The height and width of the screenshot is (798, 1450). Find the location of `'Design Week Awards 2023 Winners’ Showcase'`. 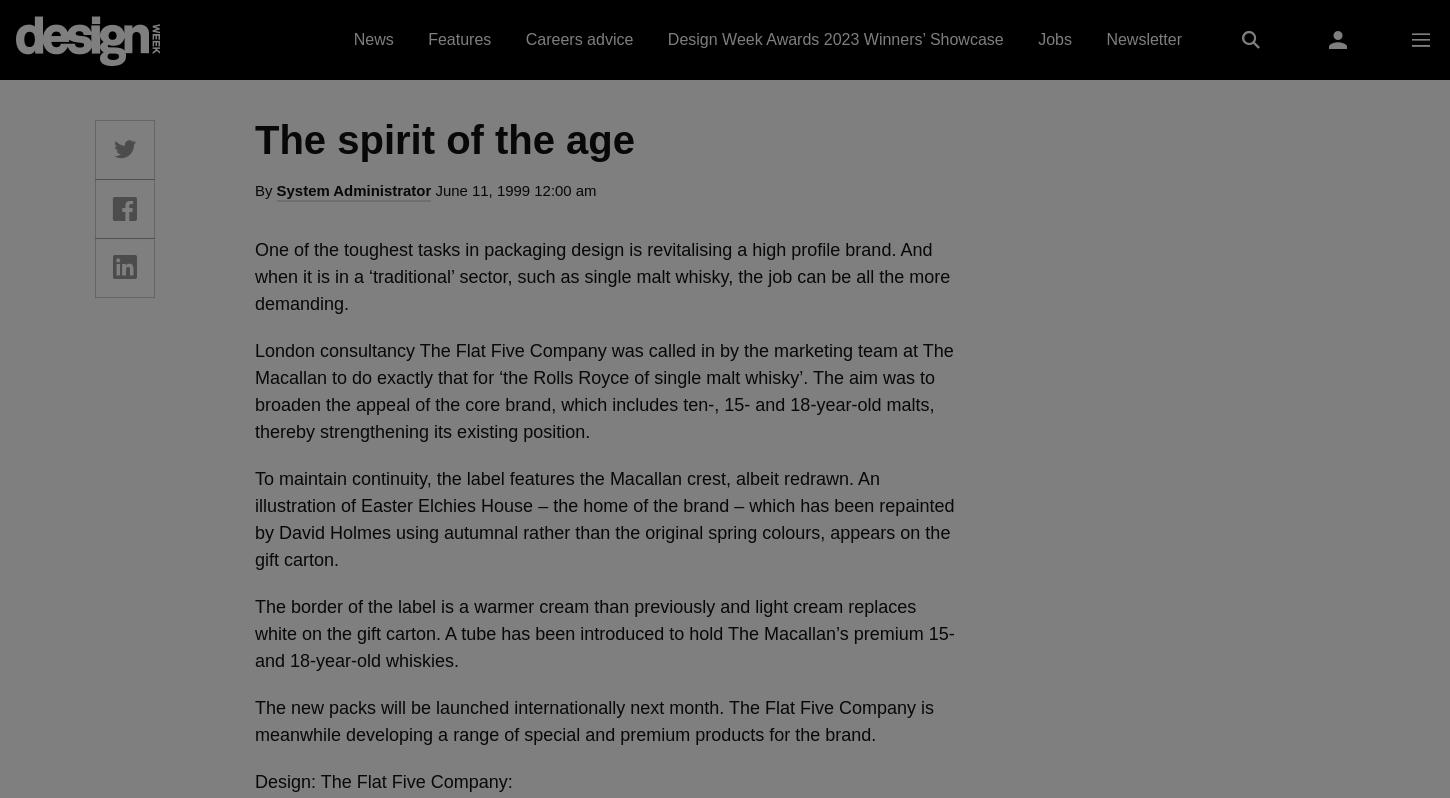

'Design Week Awards 2023 Winners’ Showcase' is located at coordinates (835, 39).